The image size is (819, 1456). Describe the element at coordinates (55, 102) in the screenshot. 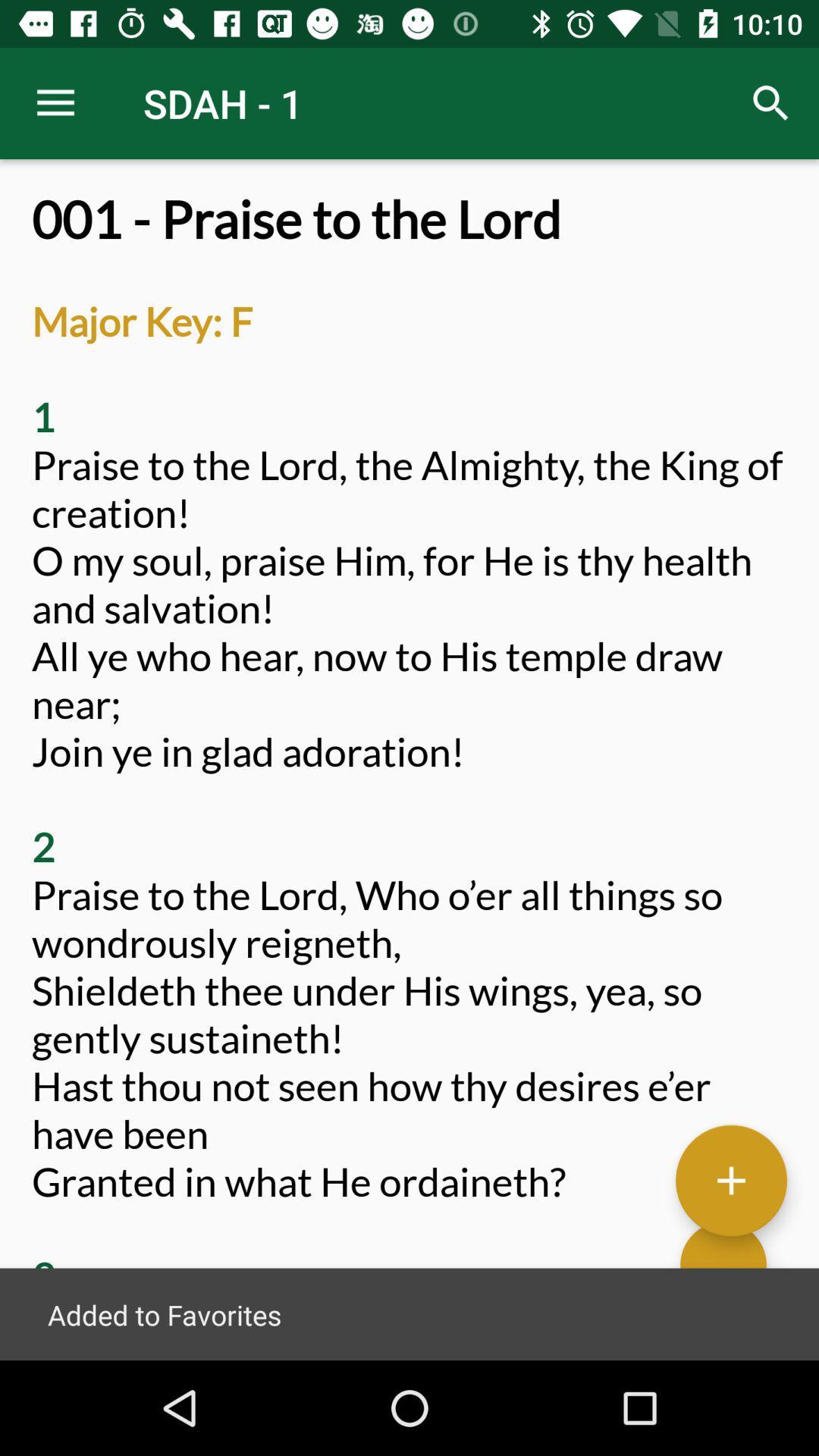

I see `the icon to the left of sdah - 1 item` at that location.